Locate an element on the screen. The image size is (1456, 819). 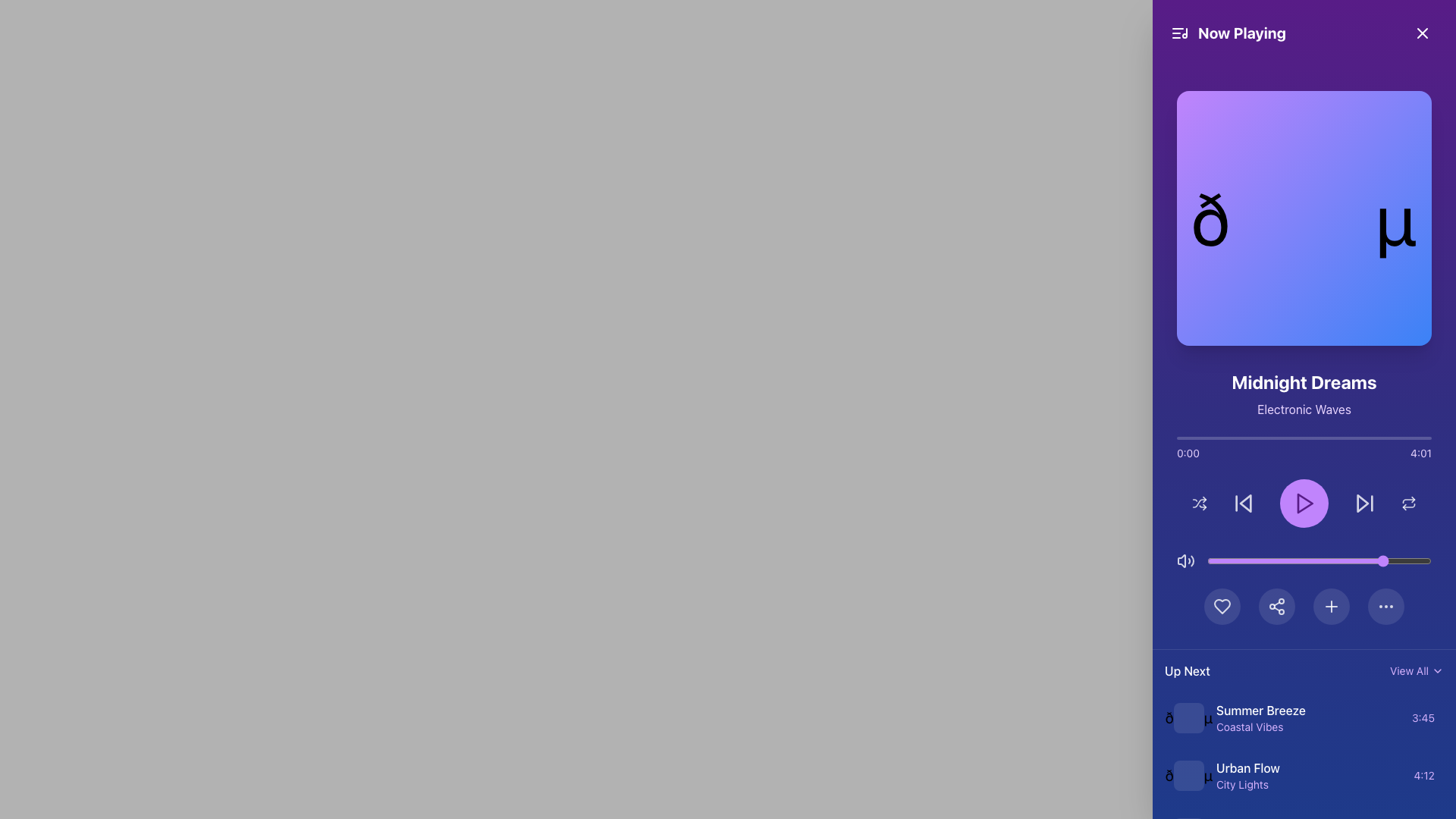
the Ellipsis button, which is located at the bottom right of the control panel is located at coordinates (1386, 605).